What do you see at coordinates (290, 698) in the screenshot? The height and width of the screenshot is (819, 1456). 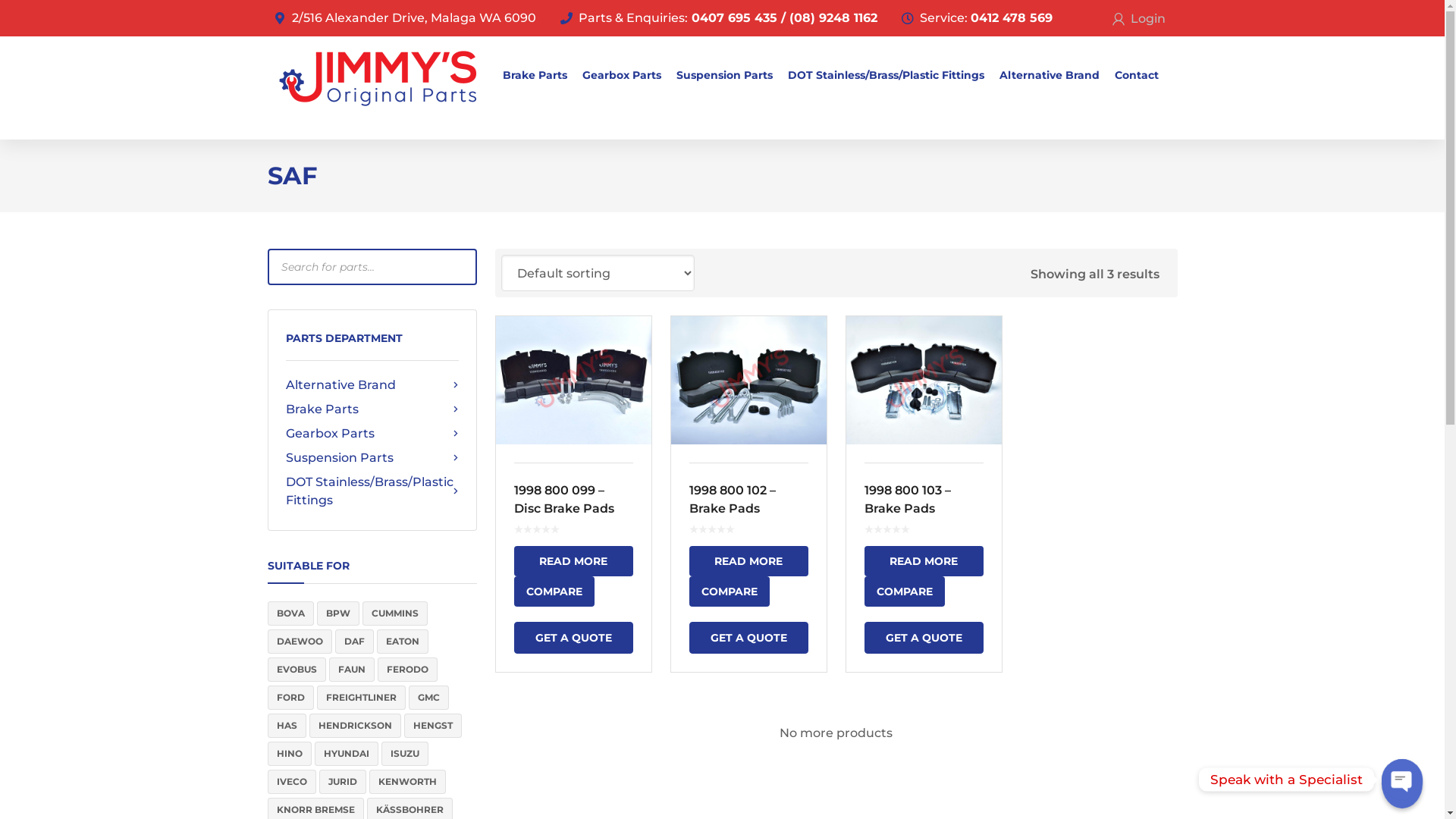 I see `'FORD'` at bounding box center [290, 698].